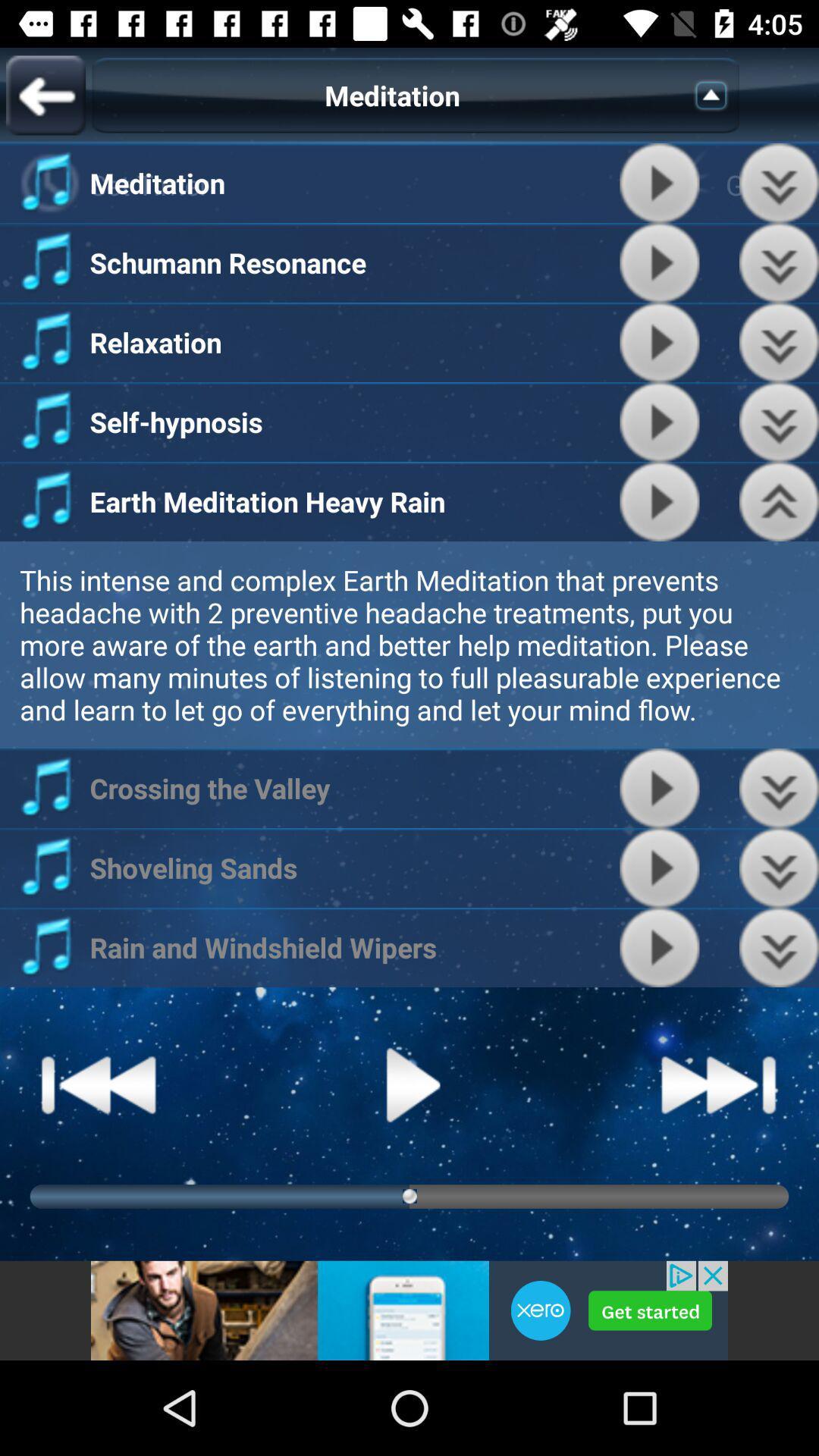  Describe the element at coordinates (779, 182) in the screenshot. I see `next` at that location.